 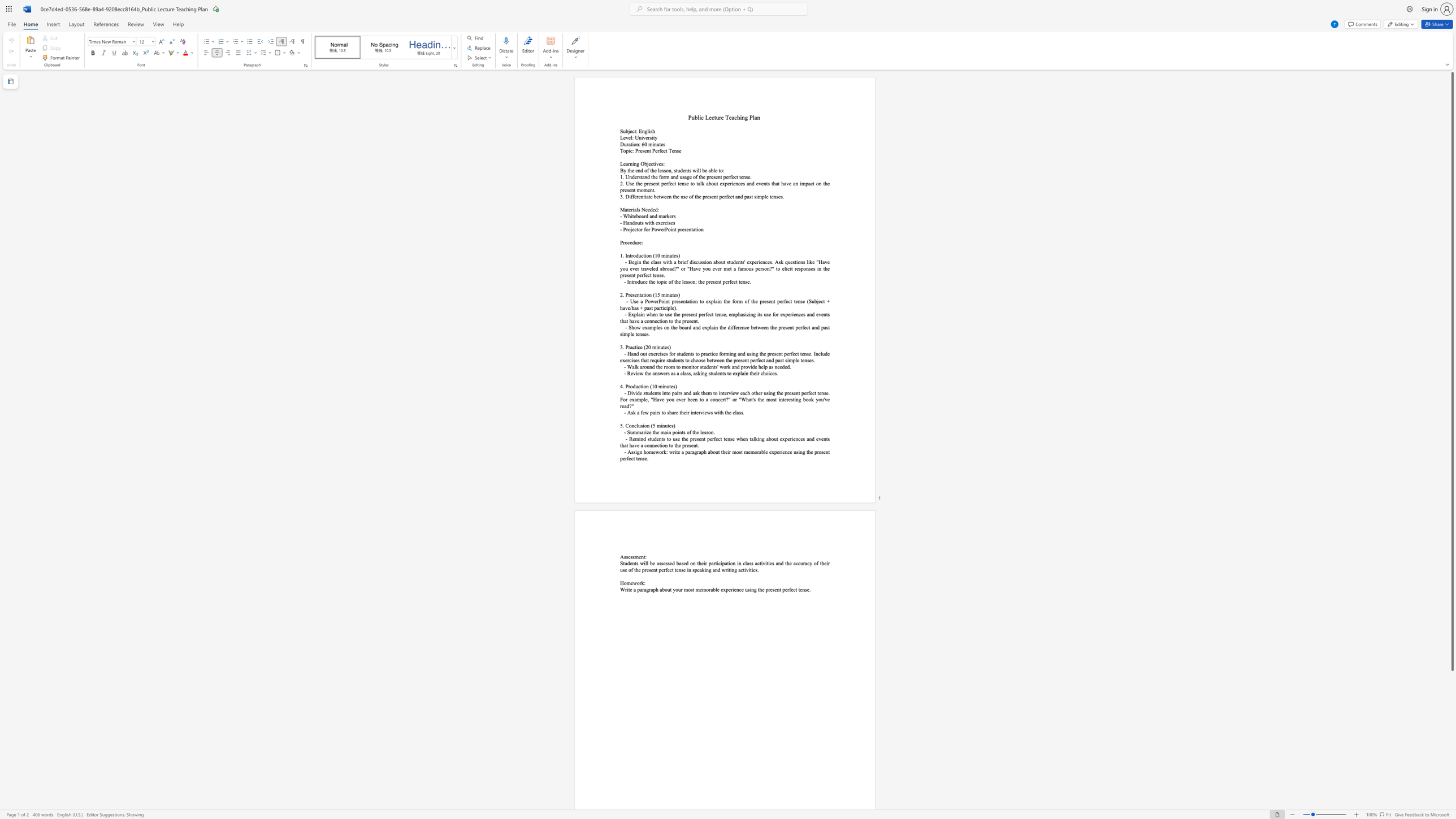 I want to click on the subset text "en" within the text "- Review the answers as a class, asking students to explain their choices.", so click(x=717, y=372).